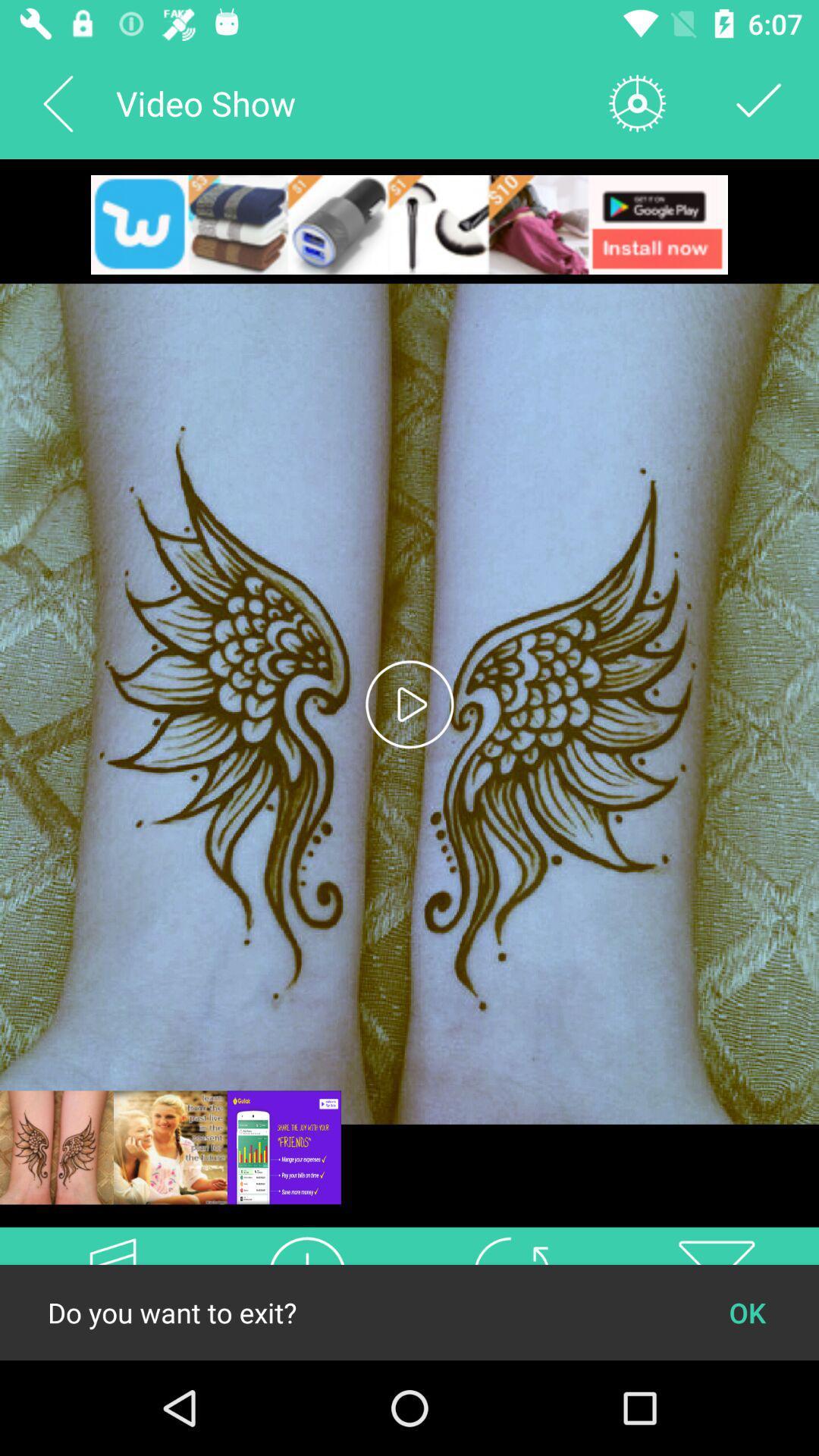 This screenshot has height=1456, width=819. Describe the element at coordinates (409, 703) in the screenshot. I see `the play icon` at that location.